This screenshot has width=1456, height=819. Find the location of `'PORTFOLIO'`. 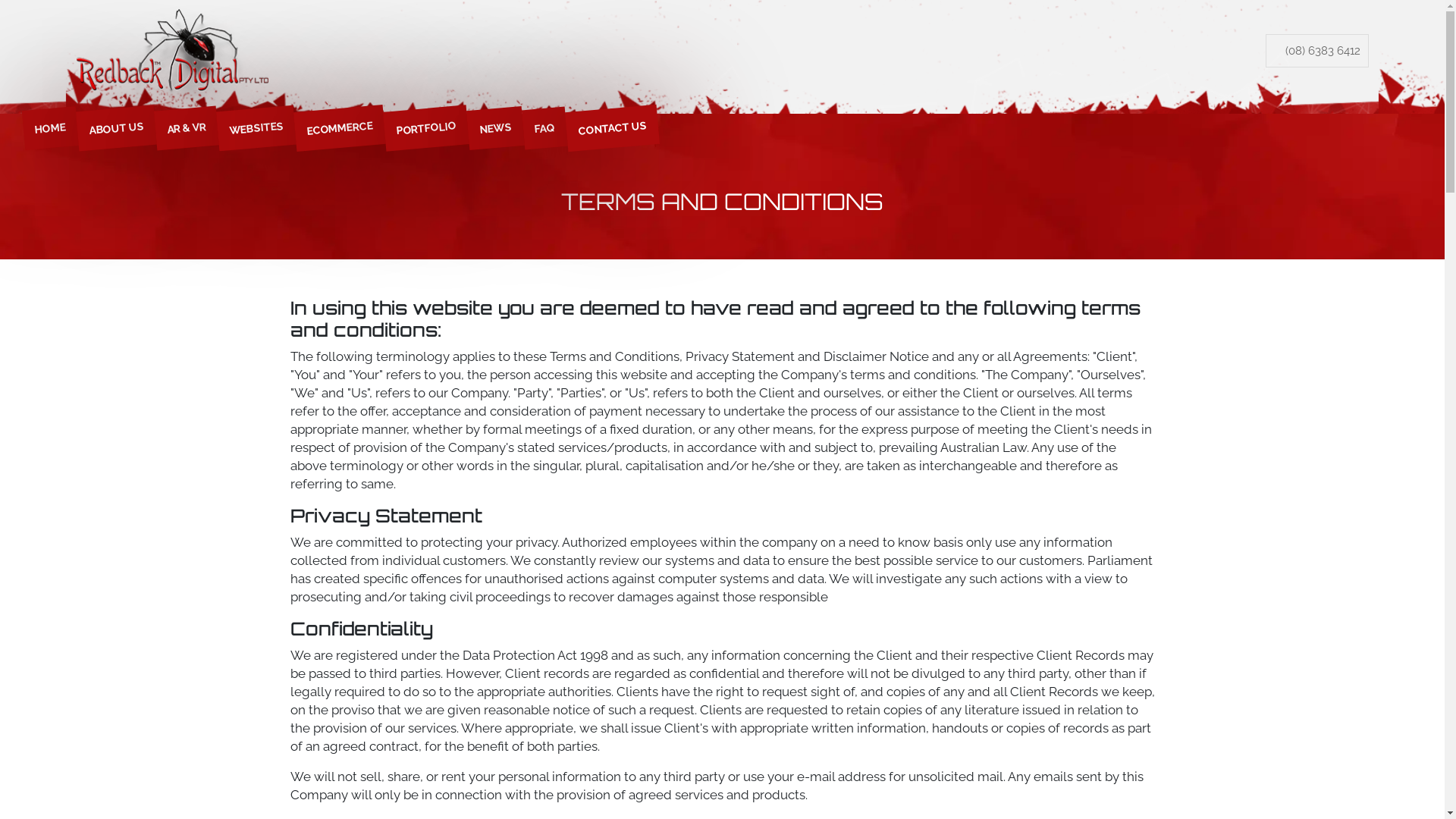

'PORTFOLIO' is located at coordinates (425, 124).